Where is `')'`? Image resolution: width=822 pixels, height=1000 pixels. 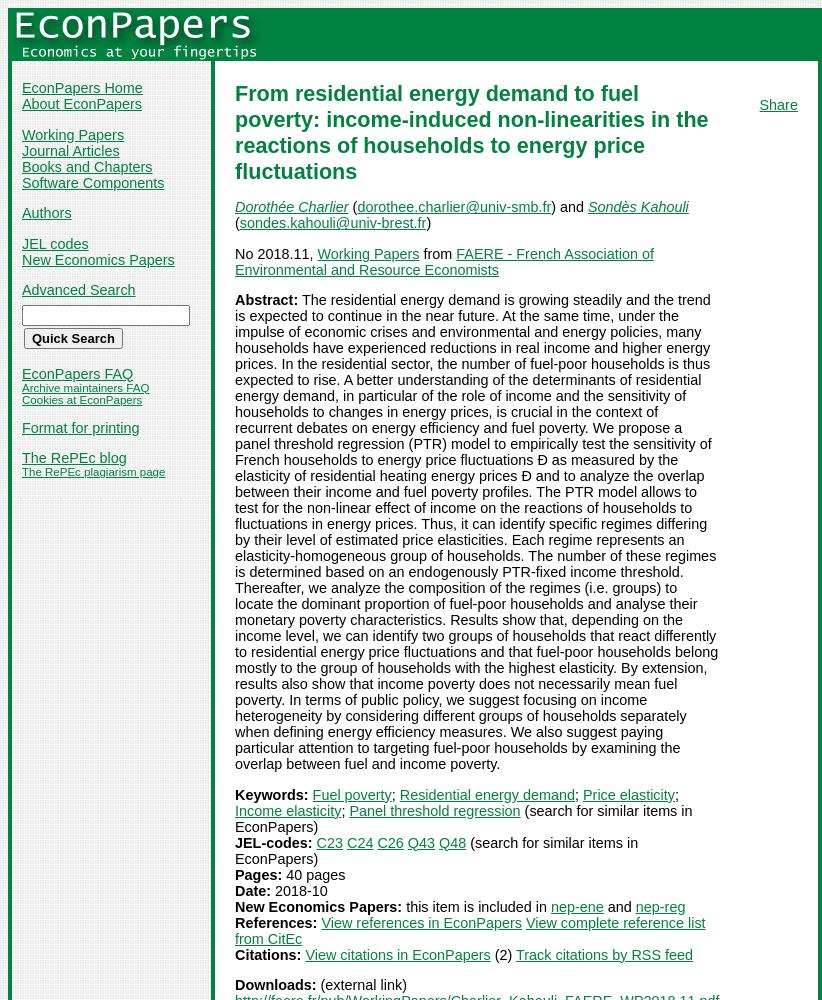 ')' is located at coordinates (424, 222).